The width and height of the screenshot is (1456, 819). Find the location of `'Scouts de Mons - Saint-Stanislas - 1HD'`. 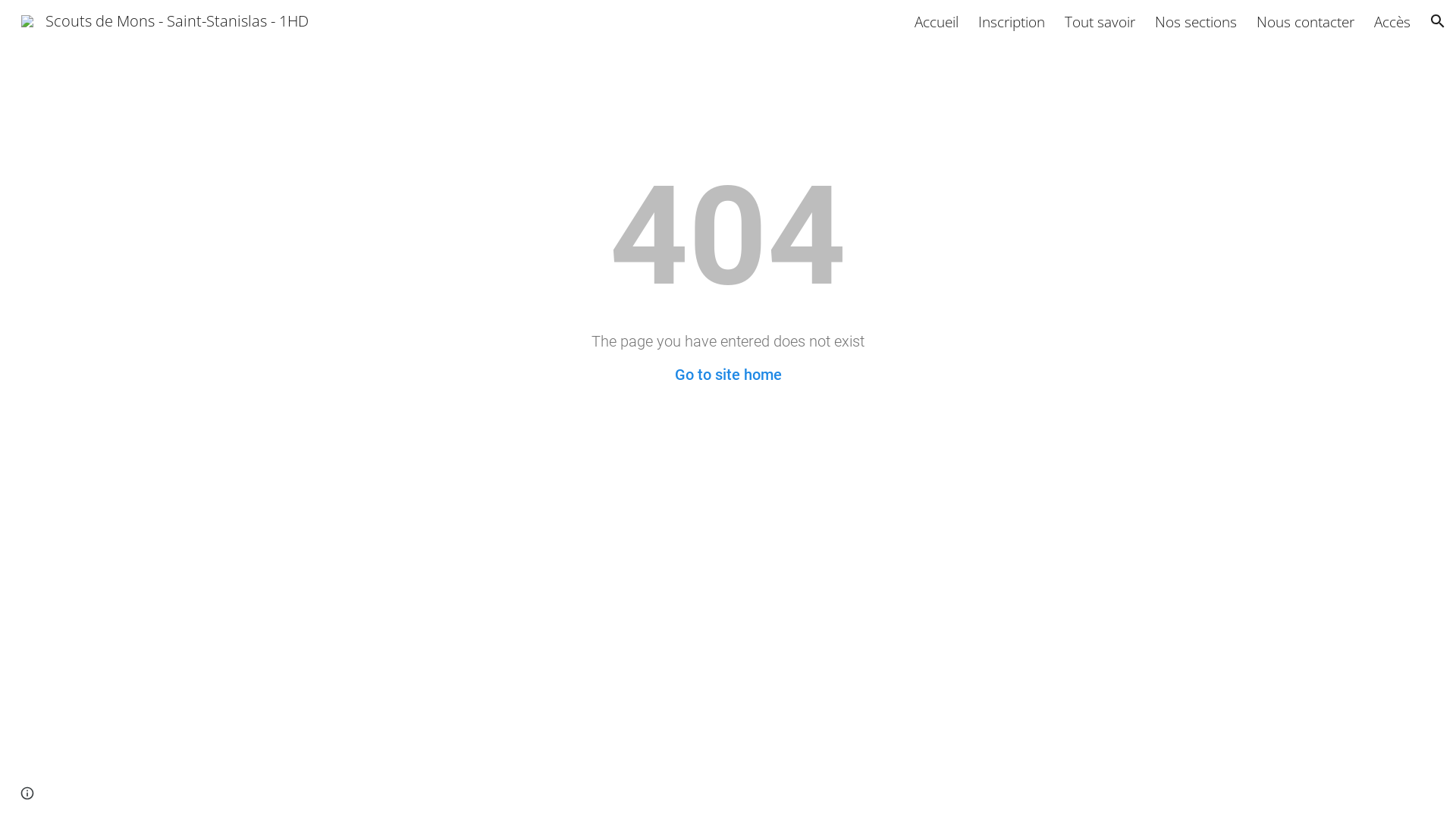

'Scouts de Mons - Saint-Stanislas - 1HD' is located at coordinates (165, 19).